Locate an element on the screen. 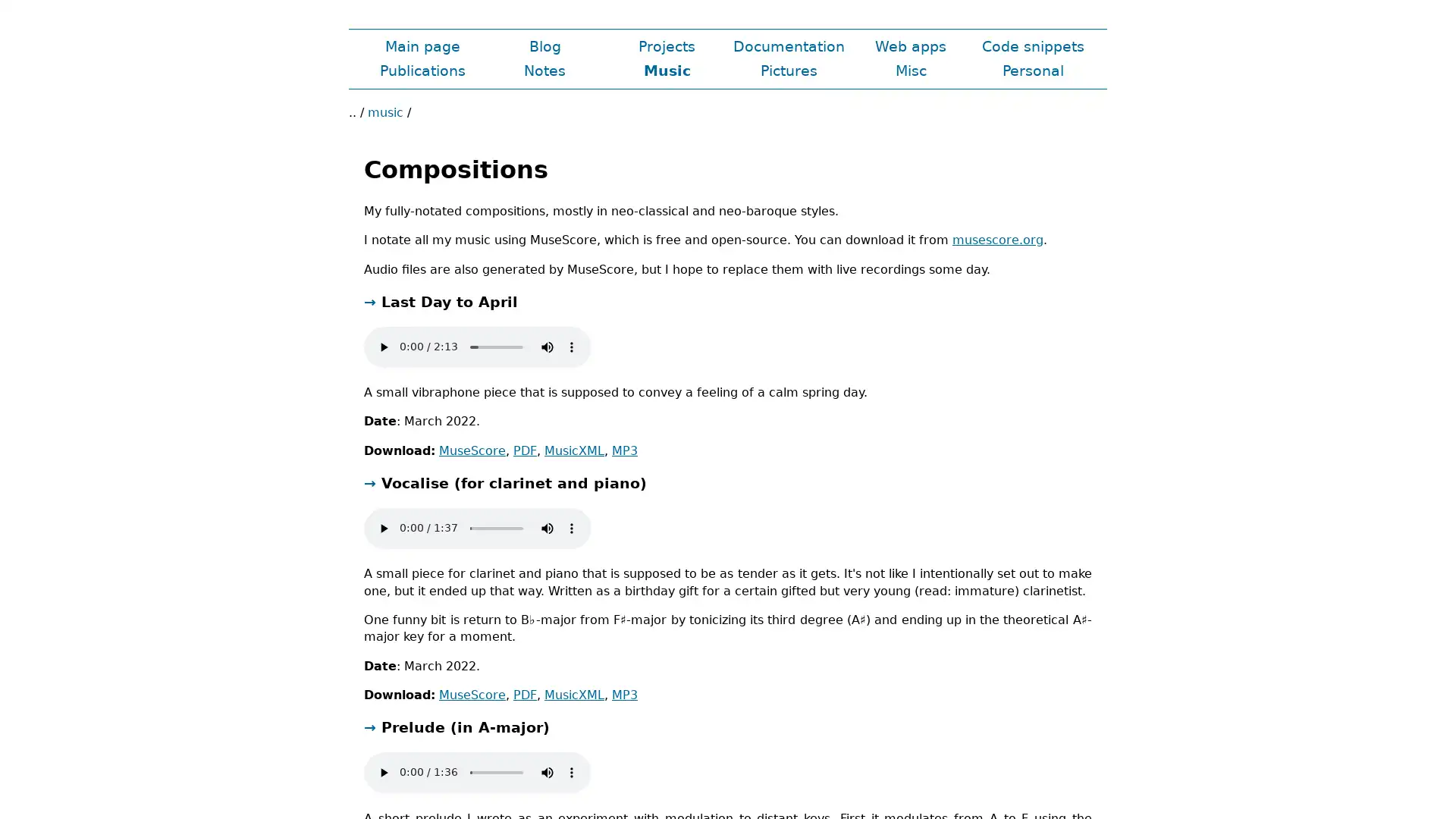 The image size is (1456, 819). show more media controls is located at coordinates (570, 526).